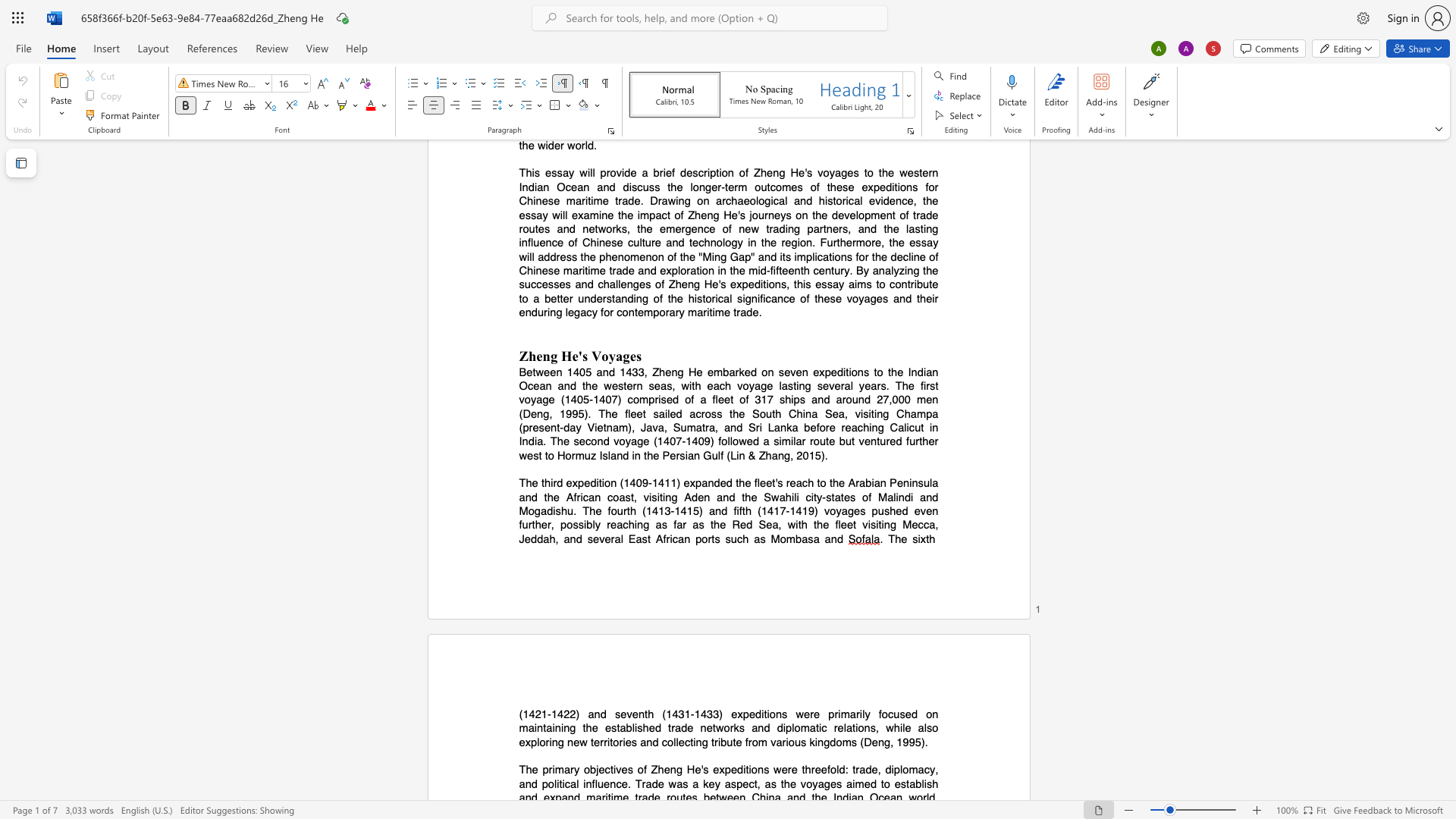 Image resolution: width=1456 pixels, height=819 pixels. I want to click on the subset text "22) and seventh (" within the text "(1421-1422) and seventh (1431-1433) expeditions were primarily focused on", so click(563, 714).